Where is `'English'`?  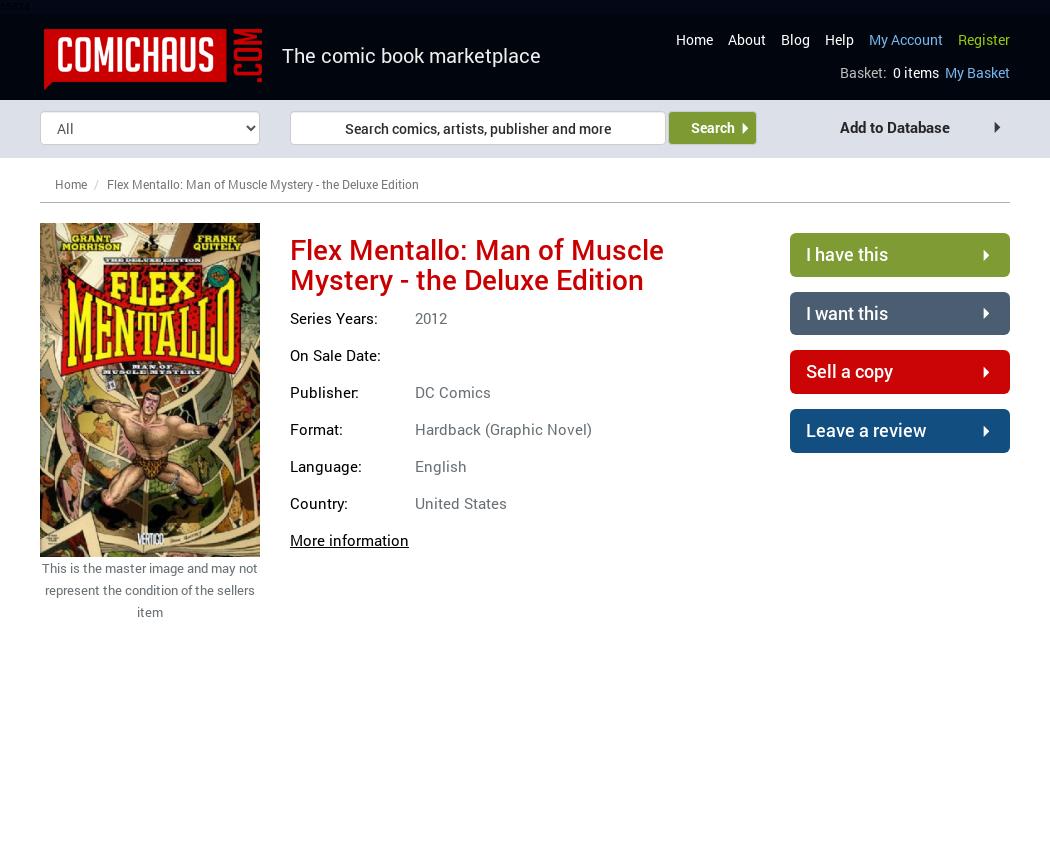 'English' is located at coordinates (440, 465).